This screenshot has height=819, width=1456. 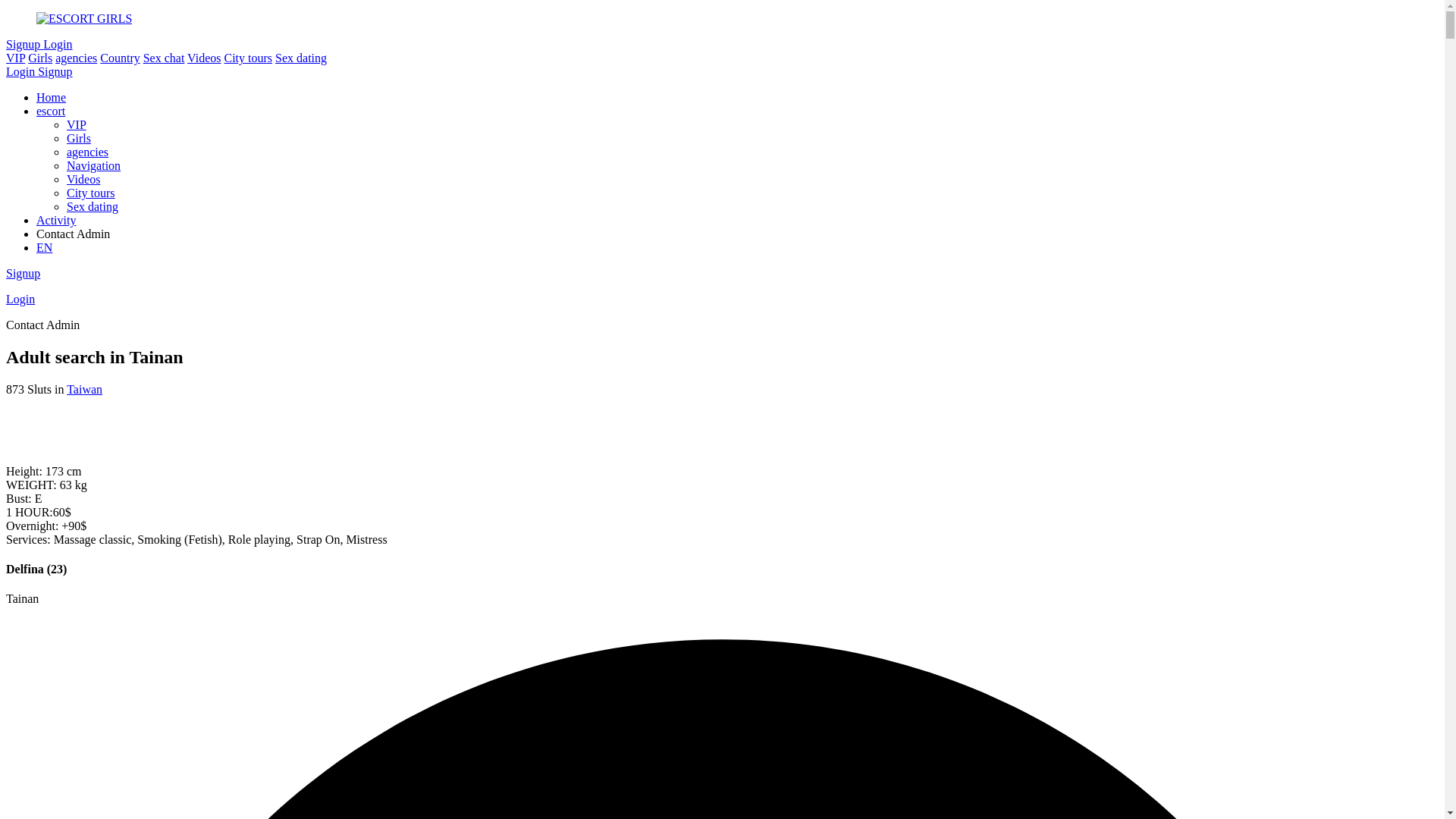 I want to click on 'Contact Admin', so click(x=72, y=234).